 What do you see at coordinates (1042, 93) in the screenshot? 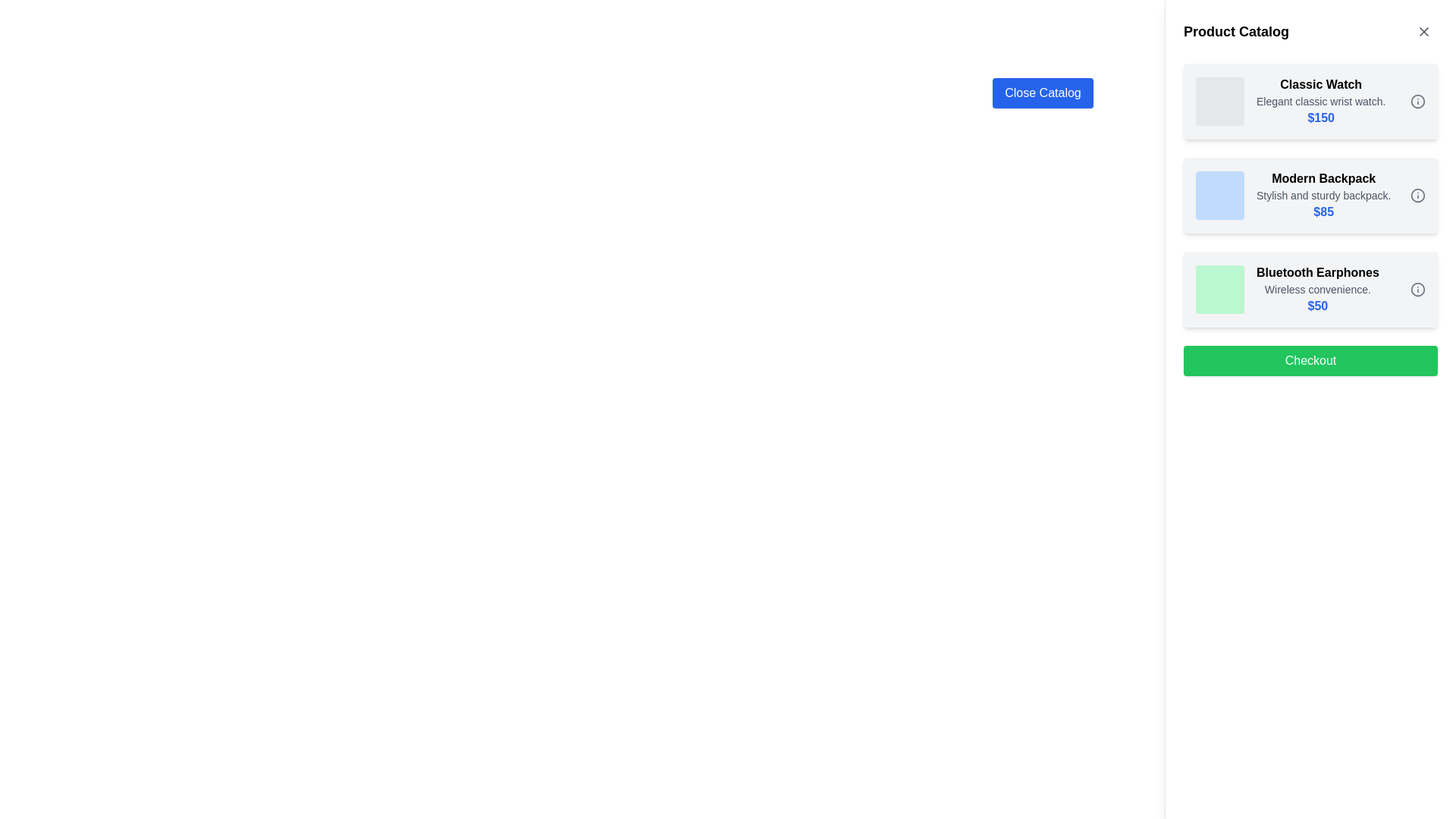
I see `the close button located near the top of the right-side panel` at bounding box center [1042, 93].